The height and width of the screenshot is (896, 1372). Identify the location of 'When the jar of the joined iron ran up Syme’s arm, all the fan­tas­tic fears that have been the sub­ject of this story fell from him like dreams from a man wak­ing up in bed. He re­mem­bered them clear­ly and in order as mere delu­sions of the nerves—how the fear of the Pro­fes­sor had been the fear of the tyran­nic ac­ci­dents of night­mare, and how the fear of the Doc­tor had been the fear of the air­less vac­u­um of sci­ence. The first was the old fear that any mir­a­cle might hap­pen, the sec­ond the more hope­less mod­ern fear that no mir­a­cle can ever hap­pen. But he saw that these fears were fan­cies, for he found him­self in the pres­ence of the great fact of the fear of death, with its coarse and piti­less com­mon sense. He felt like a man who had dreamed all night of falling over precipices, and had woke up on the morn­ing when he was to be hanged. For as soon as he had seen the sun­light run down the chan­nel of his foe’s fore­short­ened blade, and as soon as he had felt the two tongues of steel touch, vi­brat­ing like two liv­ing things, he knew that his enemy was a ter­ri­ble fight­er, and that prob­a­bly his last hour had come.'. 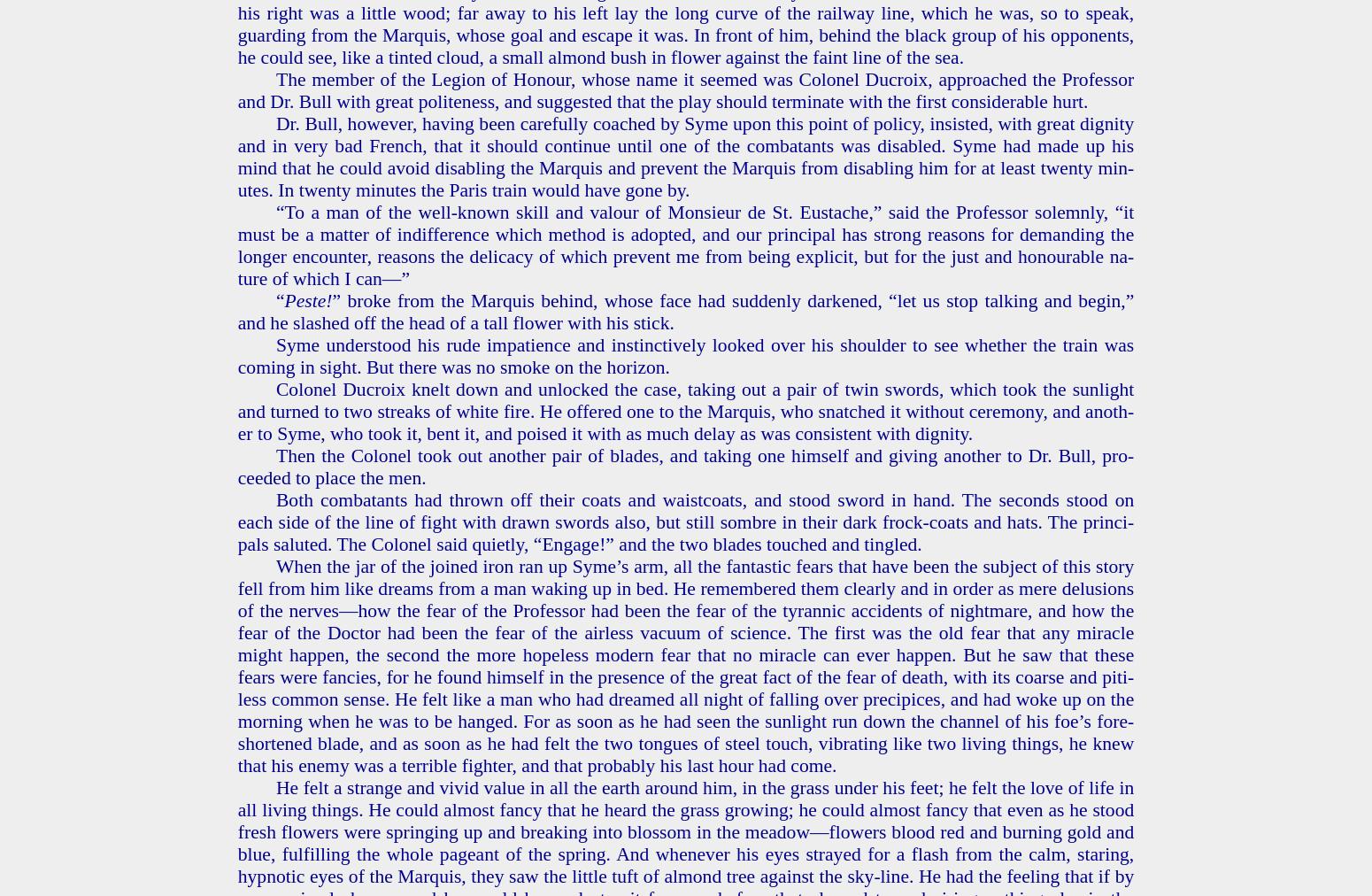
(685, 665).